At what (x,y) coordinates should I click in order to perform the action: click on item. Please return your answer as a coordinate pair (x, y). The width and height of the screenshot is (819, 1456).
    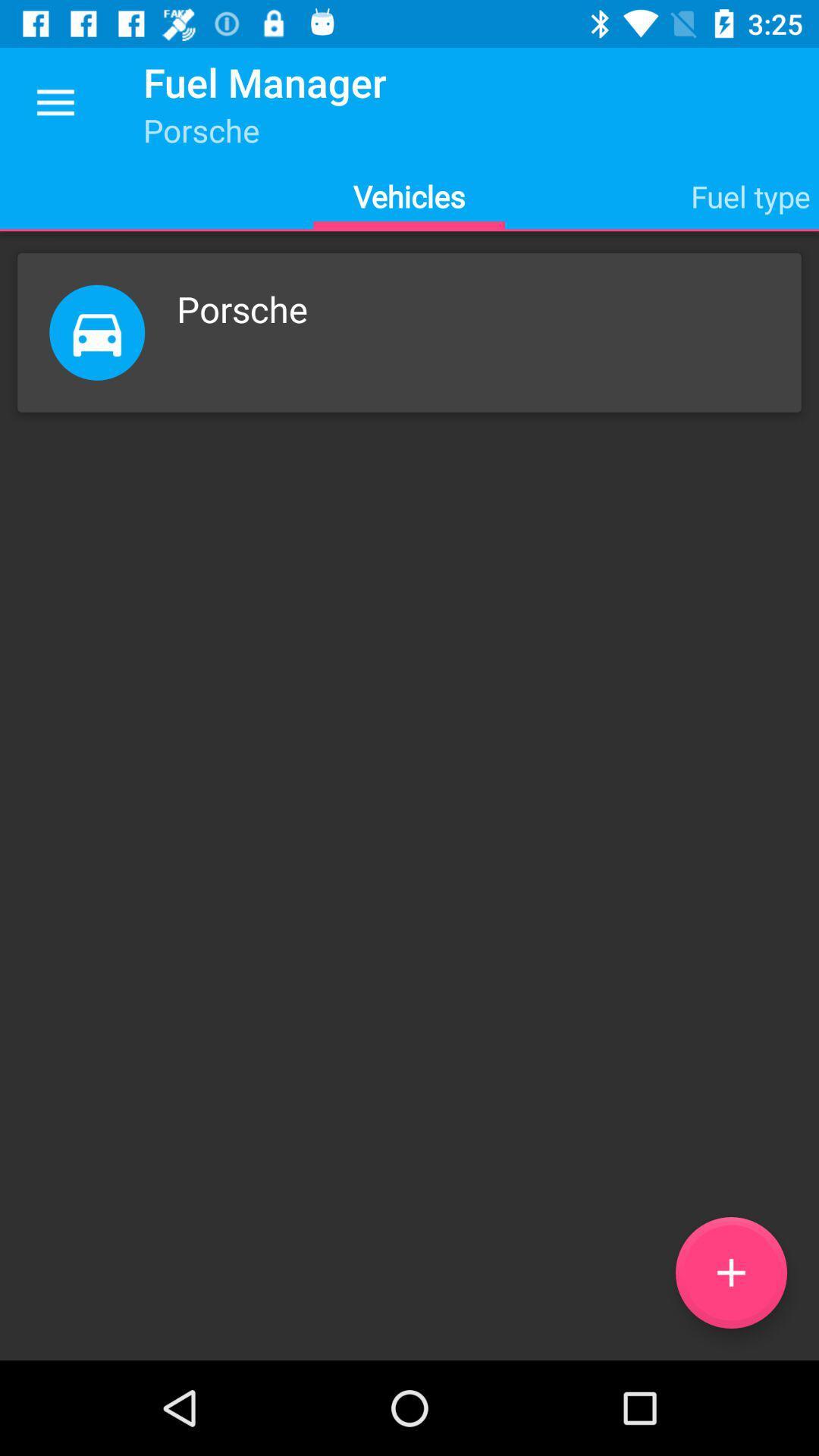
    Looking at the image, I should click on (730, 1272).